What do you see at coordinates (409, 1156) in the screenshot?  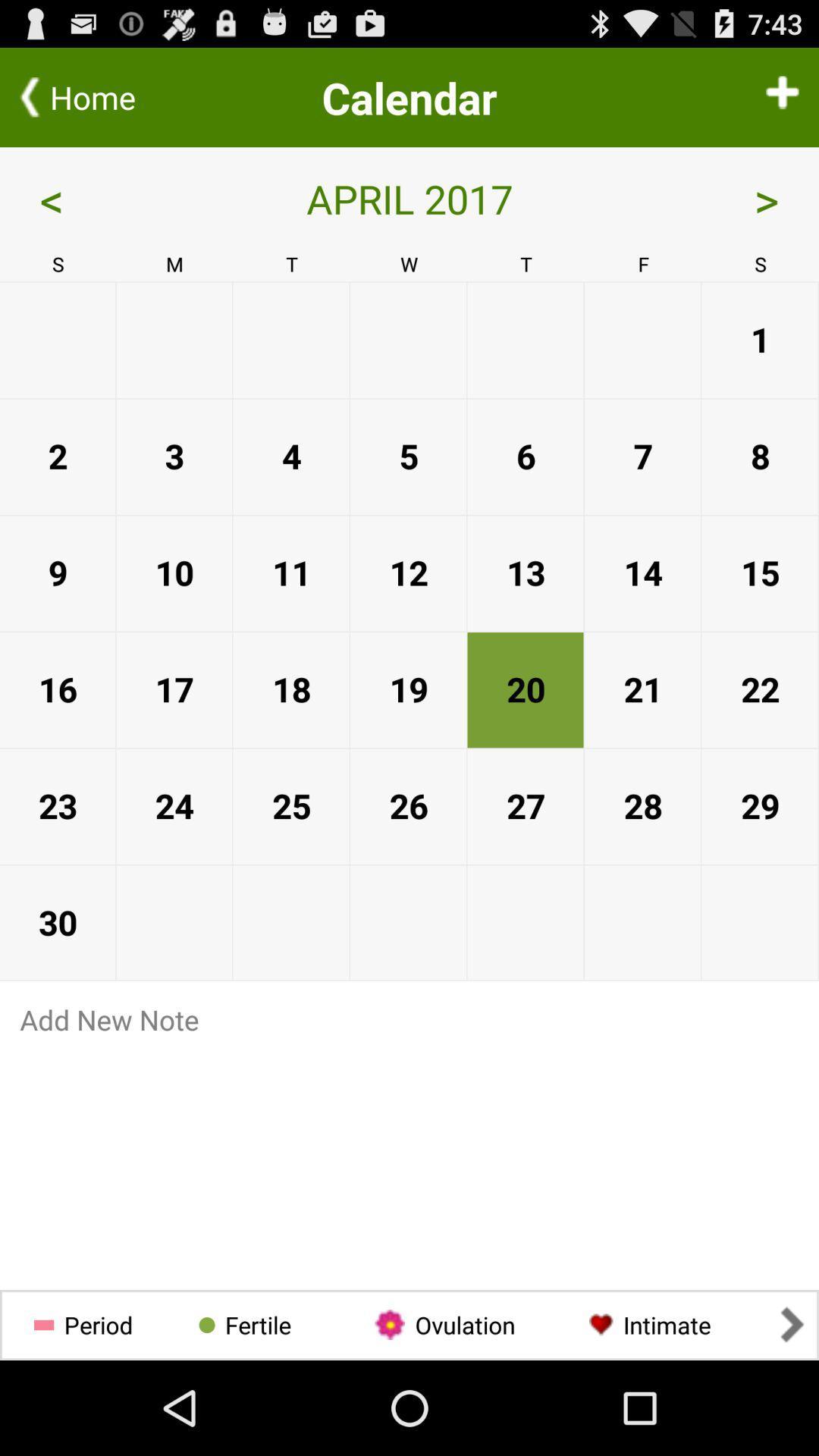 I see `calender note area` at bounding box center [409, 1156].